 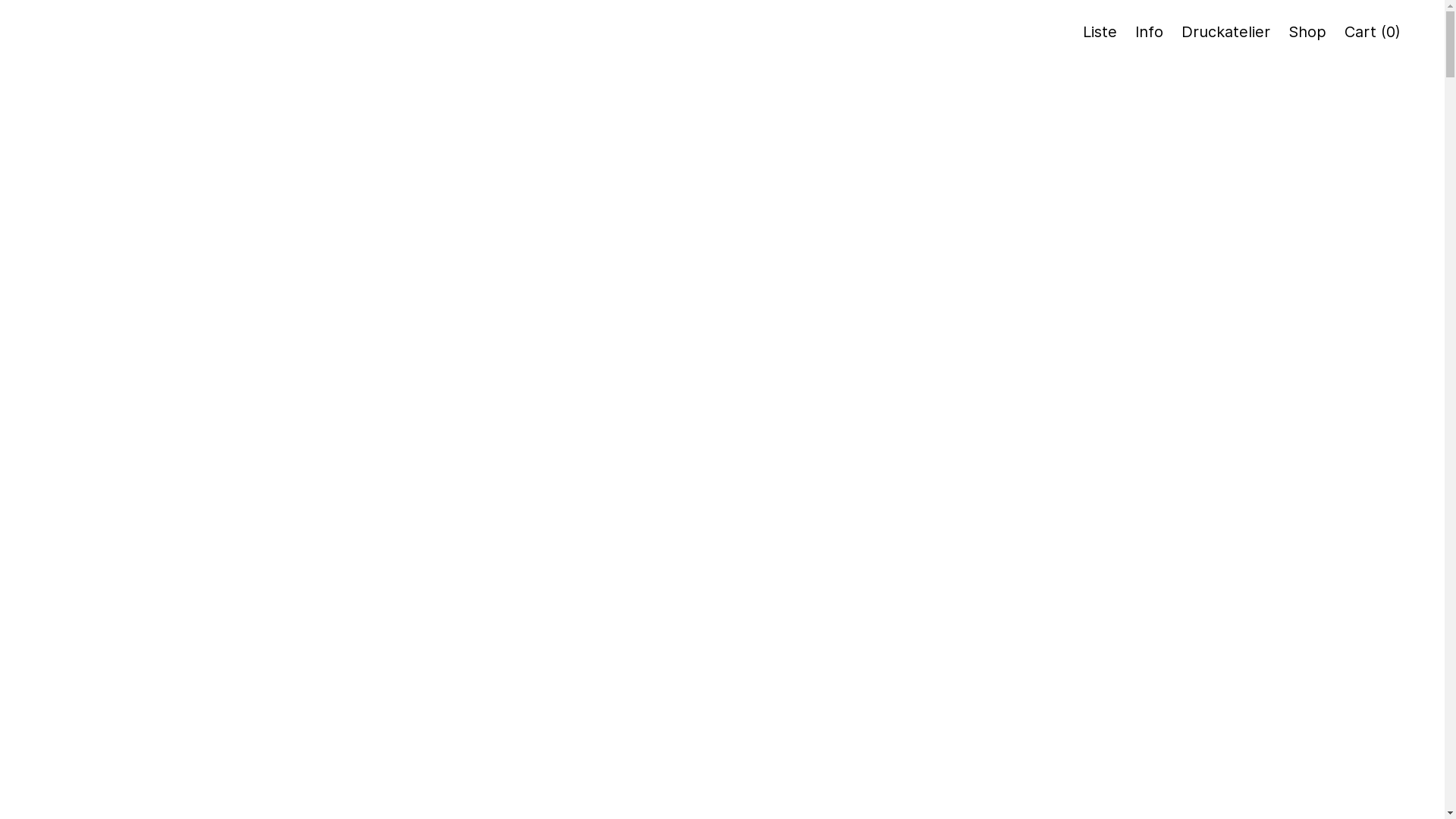 What do you see at coordinates (1344, 32) in the screenshot?
I see `'Cart (0)'` at bounding box center [1344, 32].